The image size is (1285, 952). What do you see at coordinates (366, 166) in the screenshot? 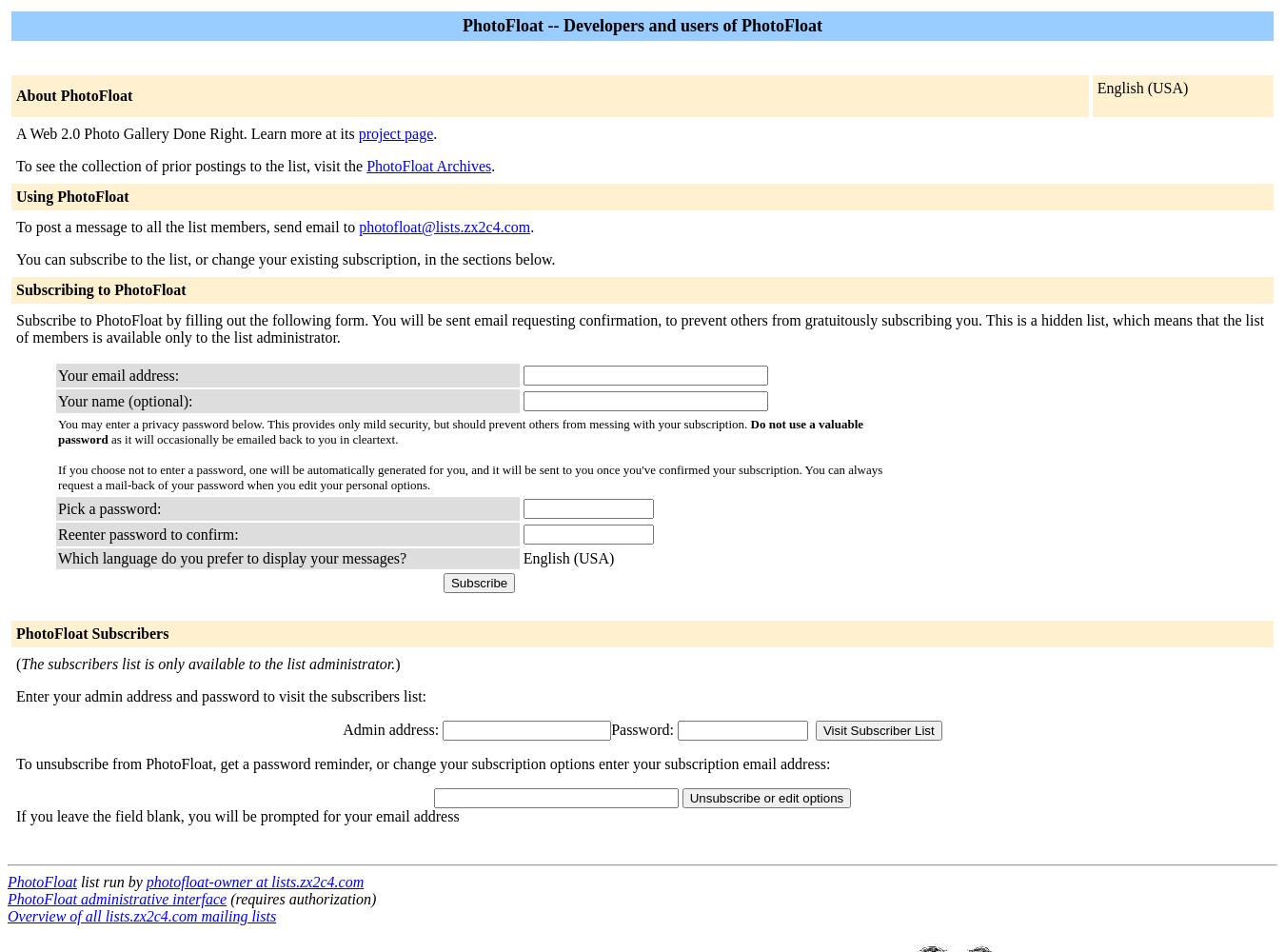
I see `'PhotoFloat
		  Archives'` at bounding box center [366, 166].